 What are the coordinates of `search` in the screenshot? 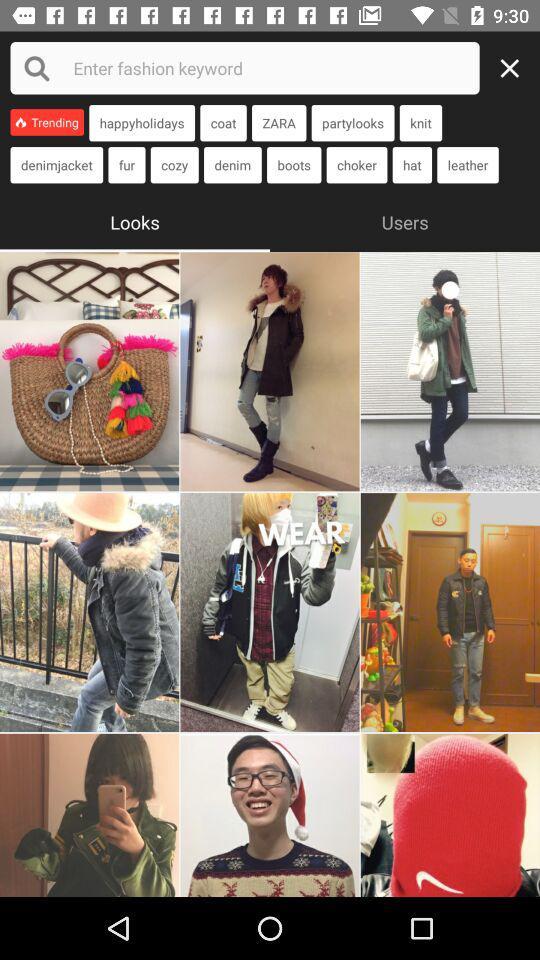 It's located at (245, 68).